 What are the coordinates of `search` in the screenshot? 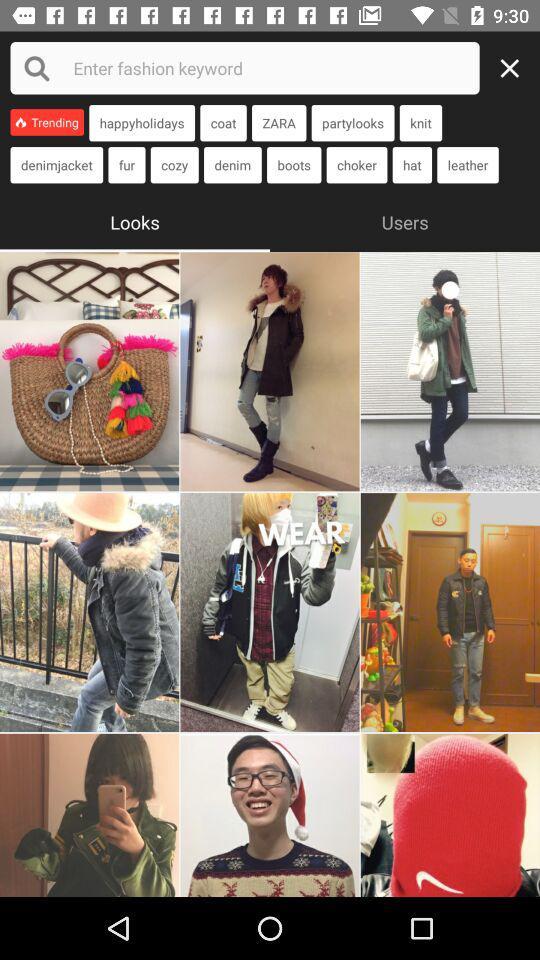 It's located at (245, 68).